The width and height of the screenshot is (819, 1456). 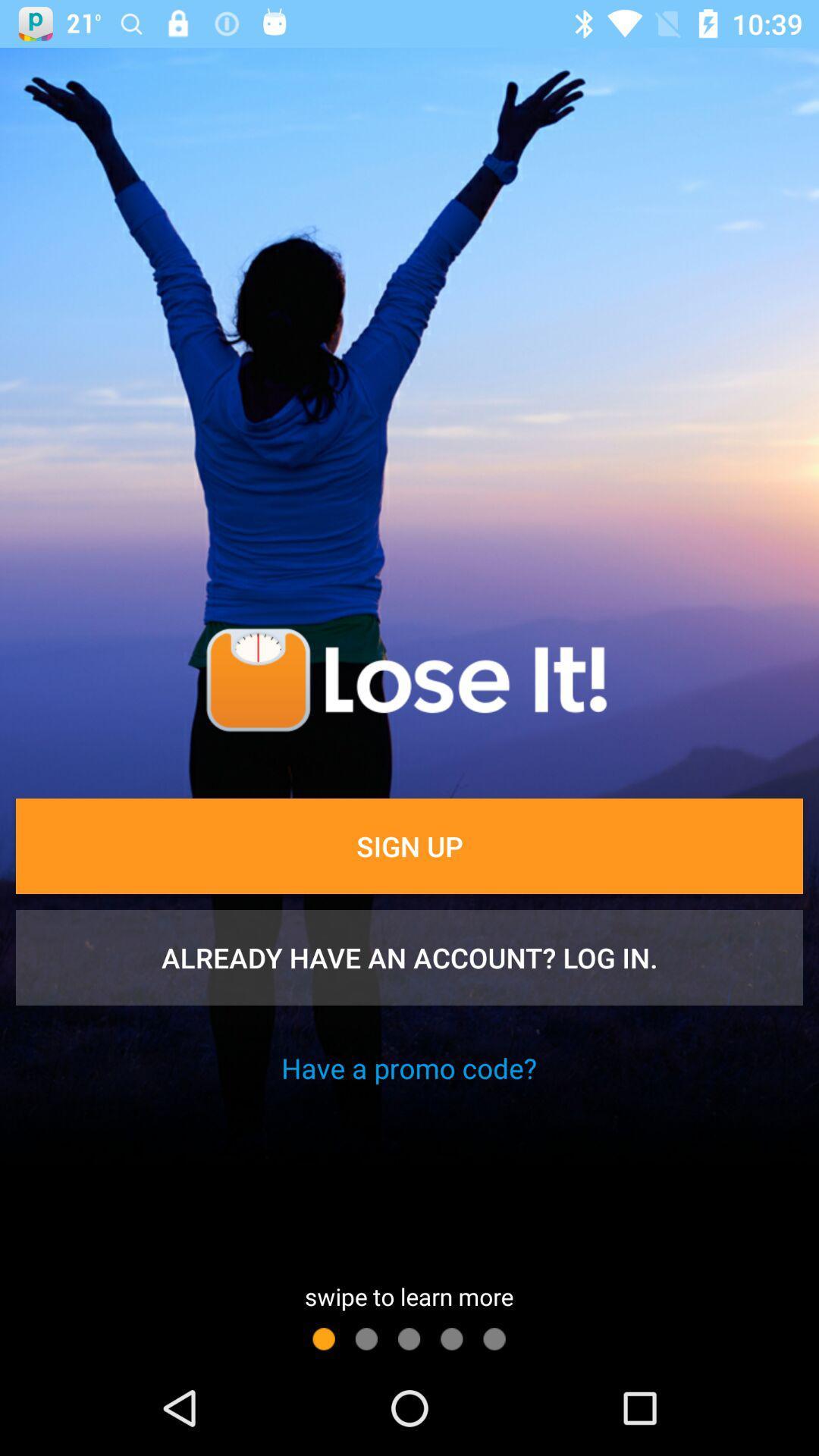 What do you see at coordinates (408, 1067) in the screenshot?
I see `icon below the already have an` at bounding box center [408, 1067].